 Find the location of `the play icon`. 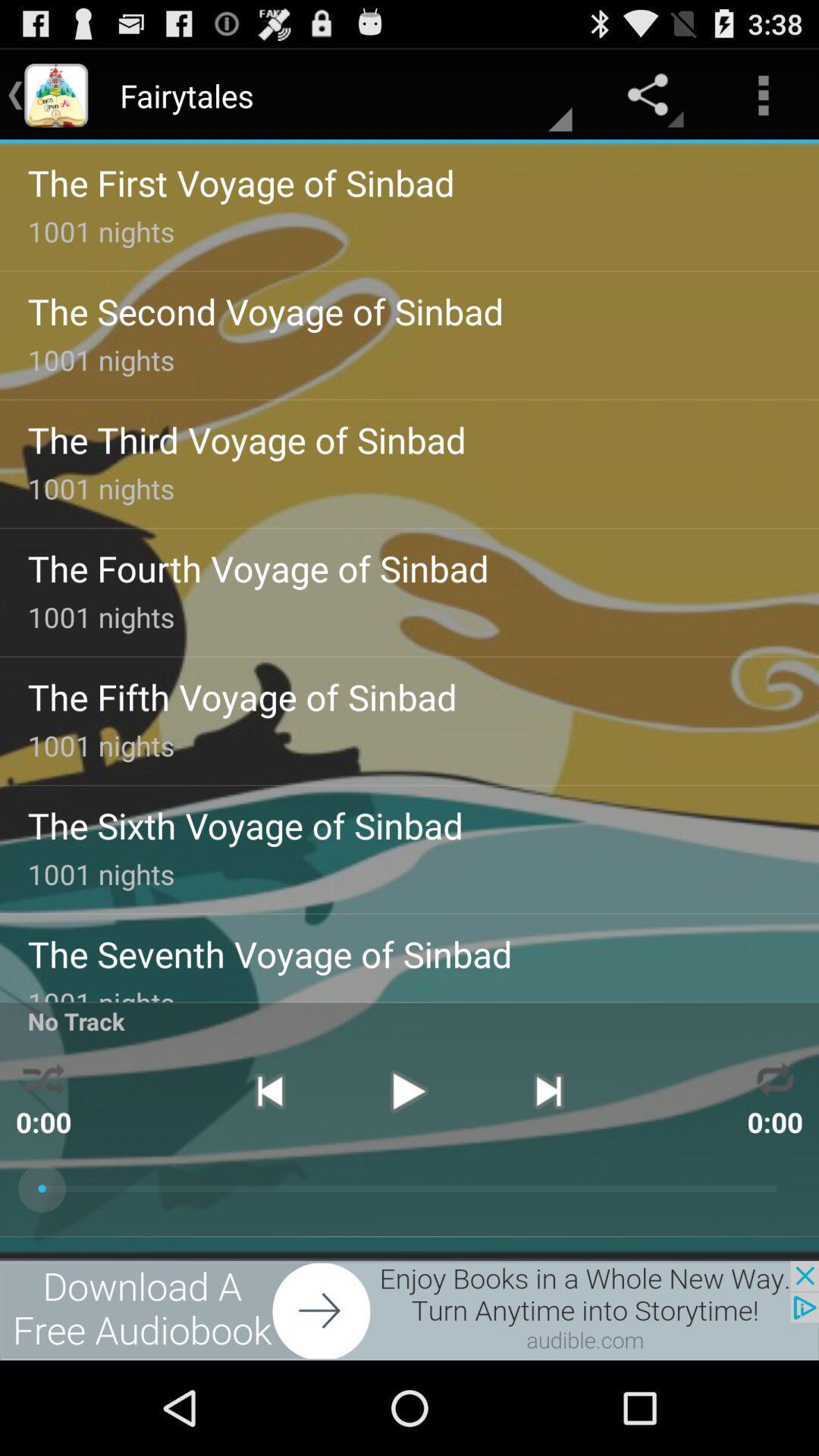

the play icon is located at coordinates (408, 1166).